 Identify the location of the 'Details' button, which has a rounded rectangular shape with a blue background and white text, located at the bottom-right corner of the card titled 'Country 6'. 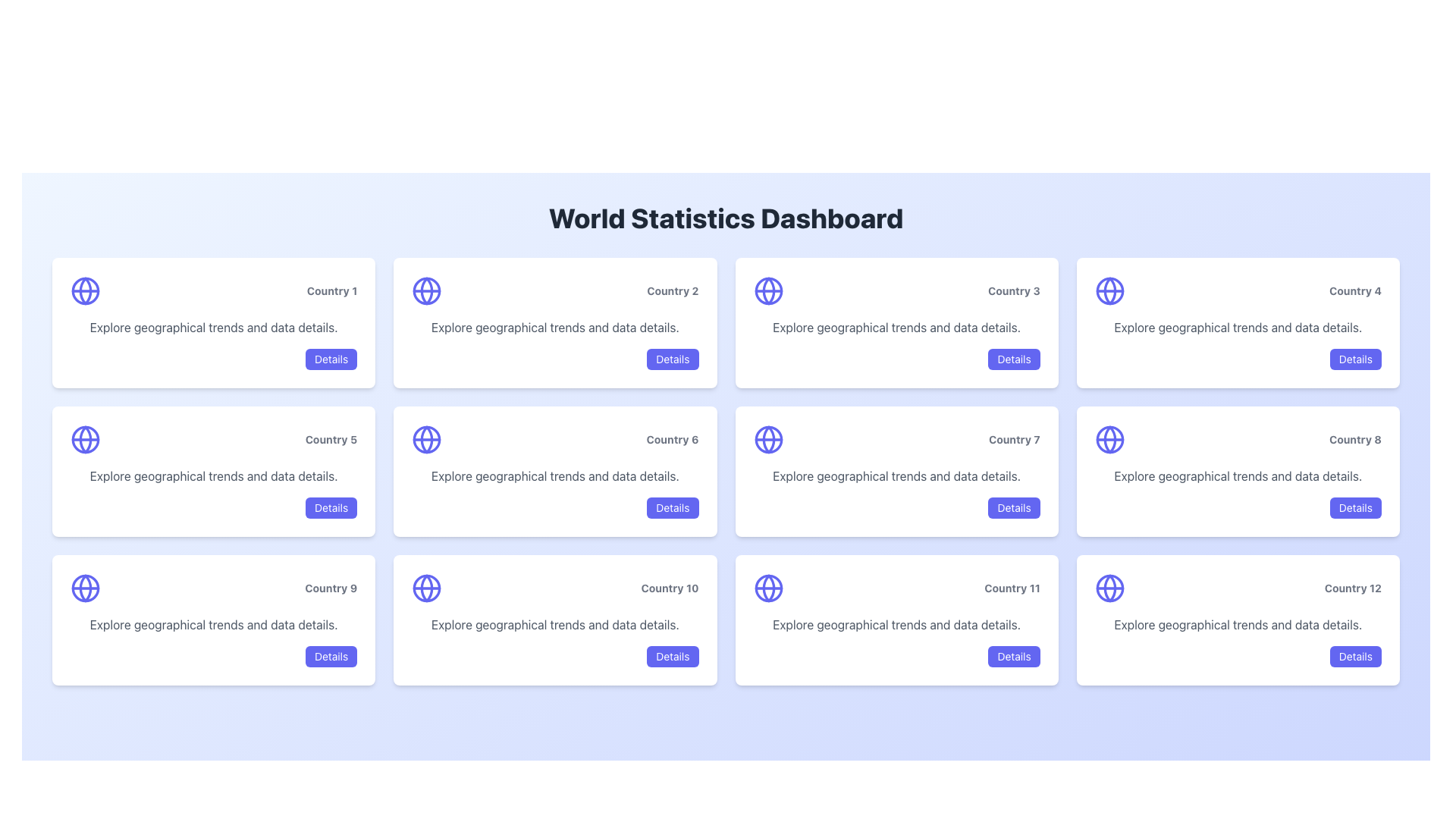
(672, 508).